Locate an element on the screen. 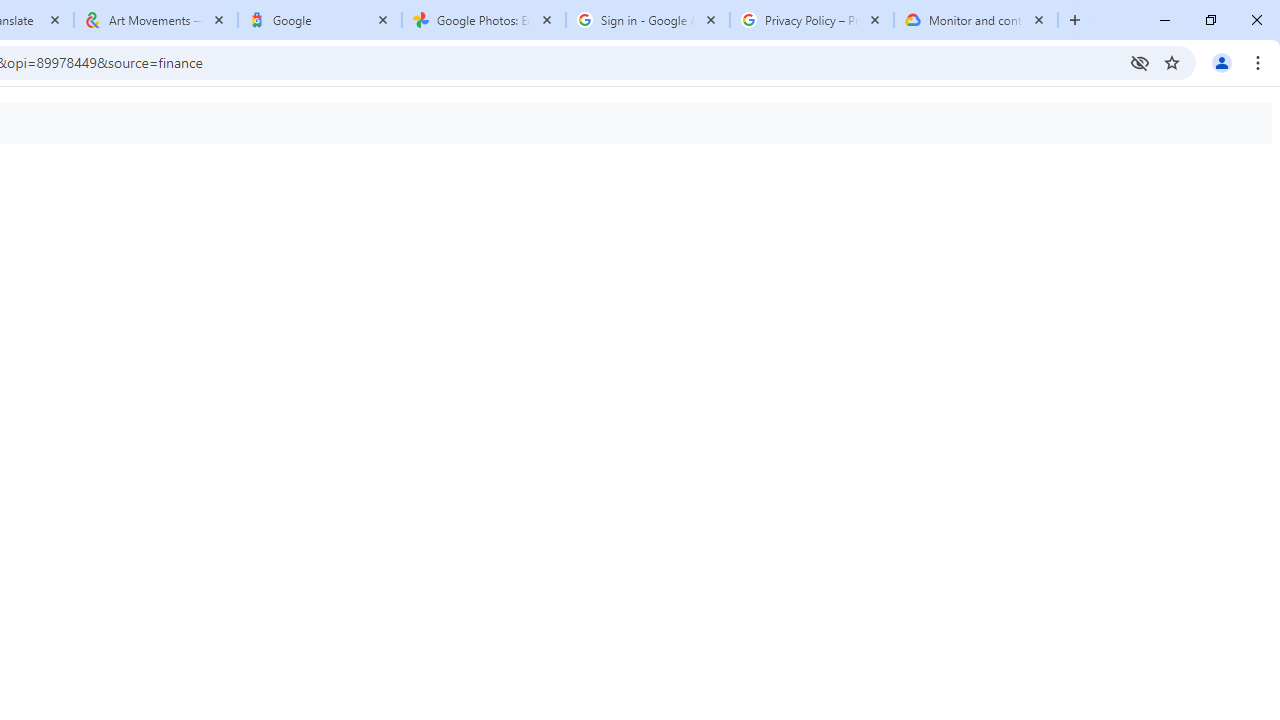  'Sign in - Google Accounts' is located at coordinates (647, 20).